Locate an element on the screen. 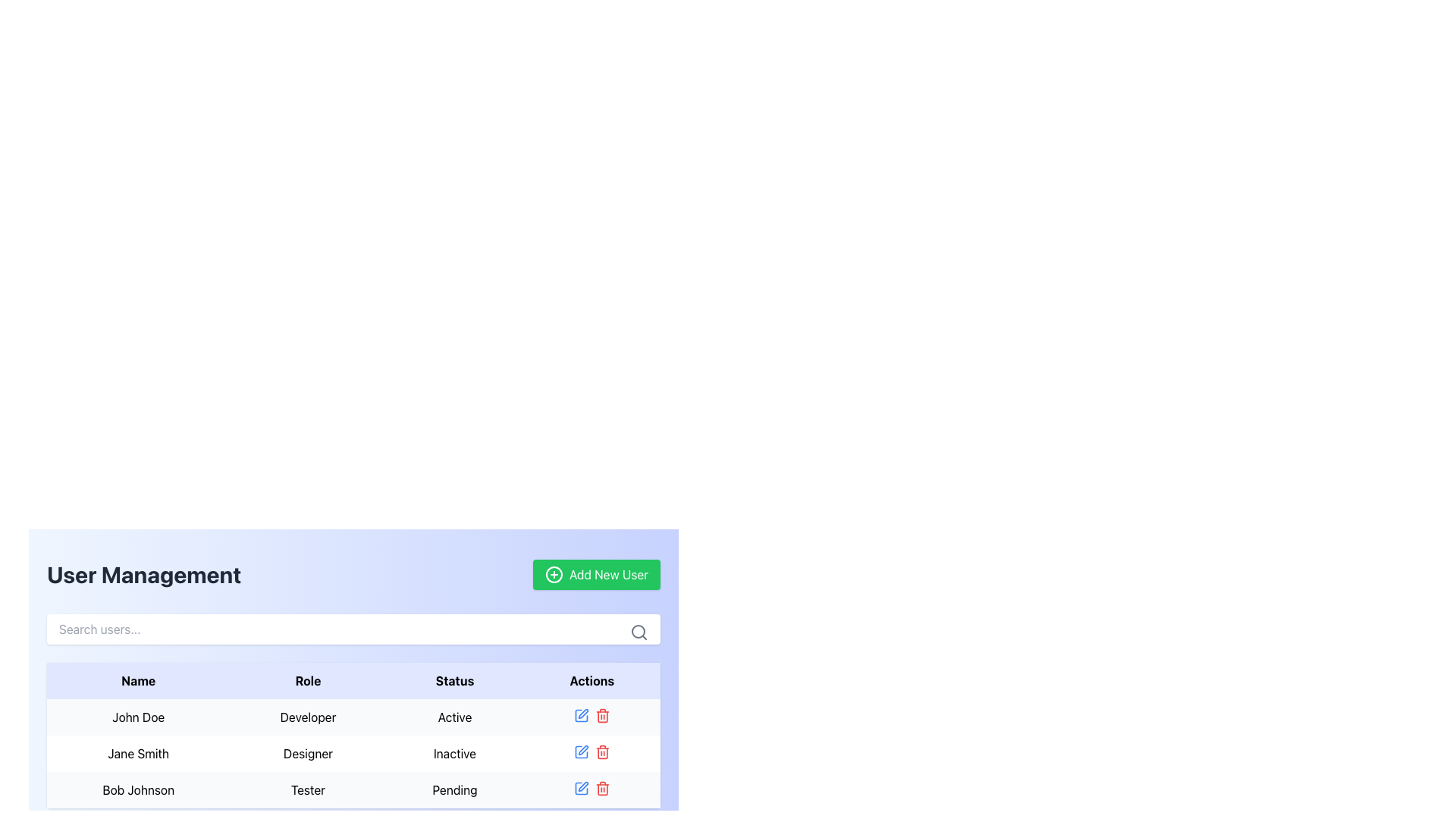 This screenshot has height=819, width=1456. the red trash bin icon is located at coordinates (601, 752).